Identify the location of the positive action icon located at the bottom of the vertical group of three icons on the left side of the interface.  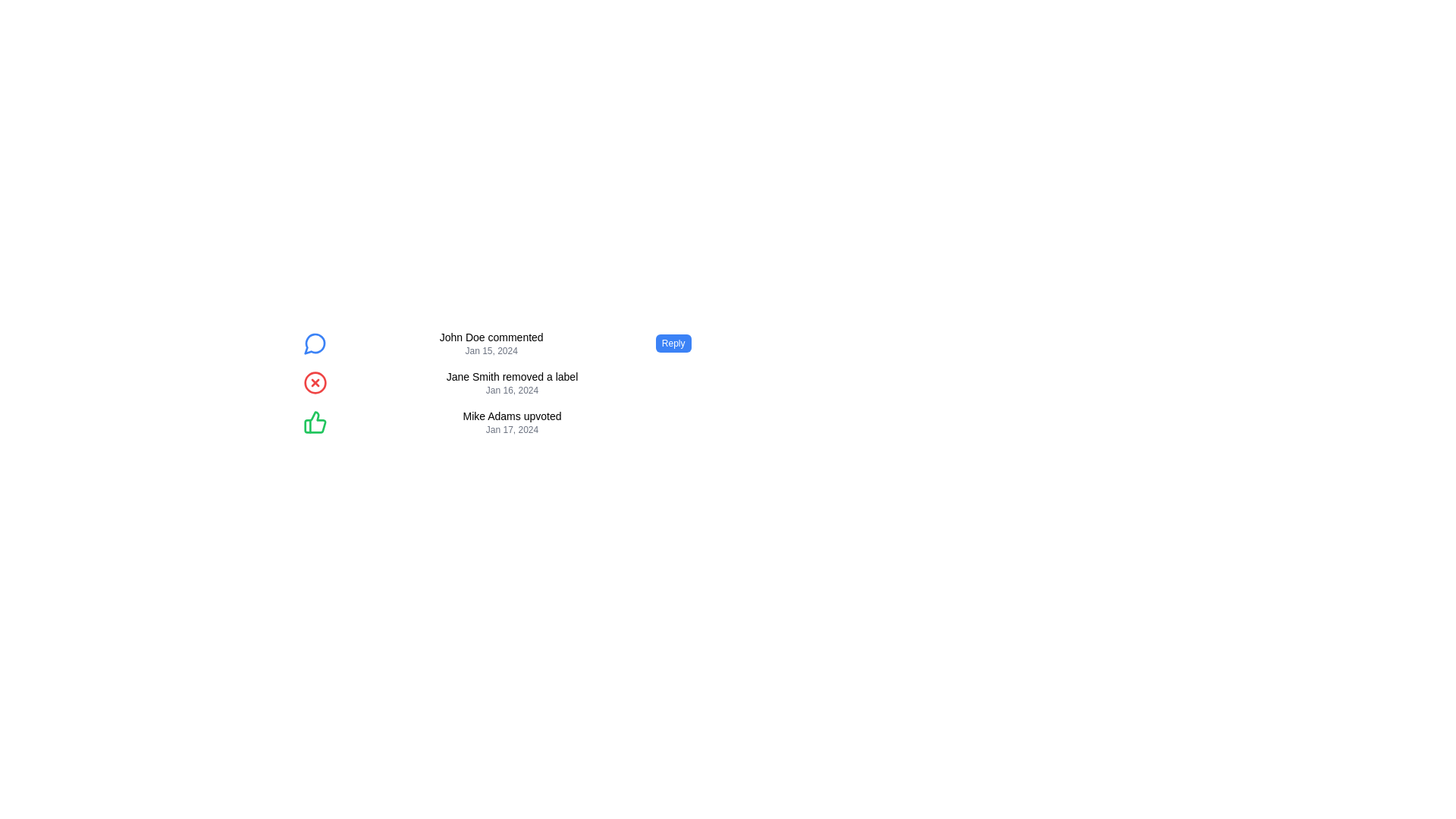
(314, 422).